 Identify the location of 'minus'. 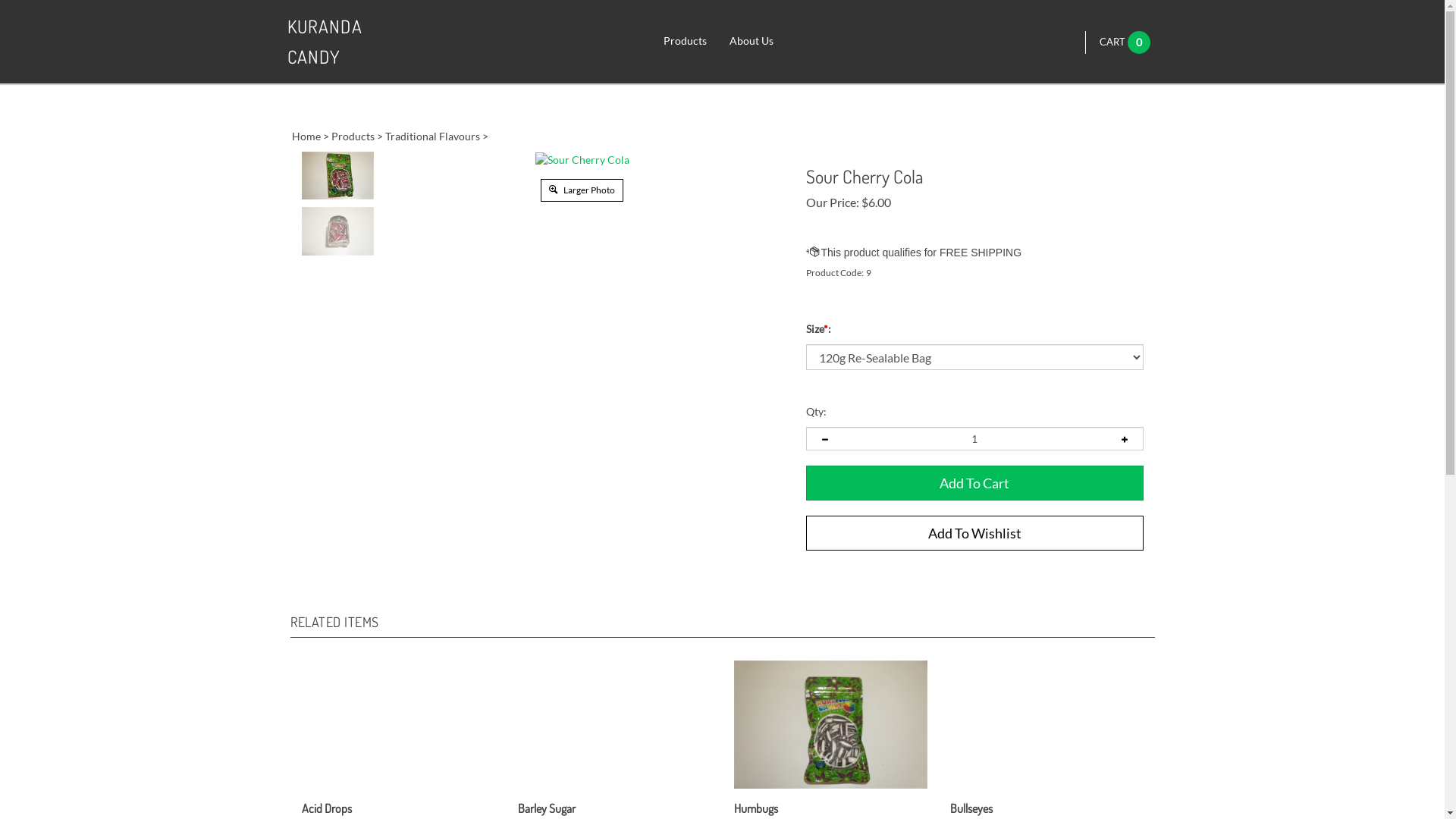
(823, 438).